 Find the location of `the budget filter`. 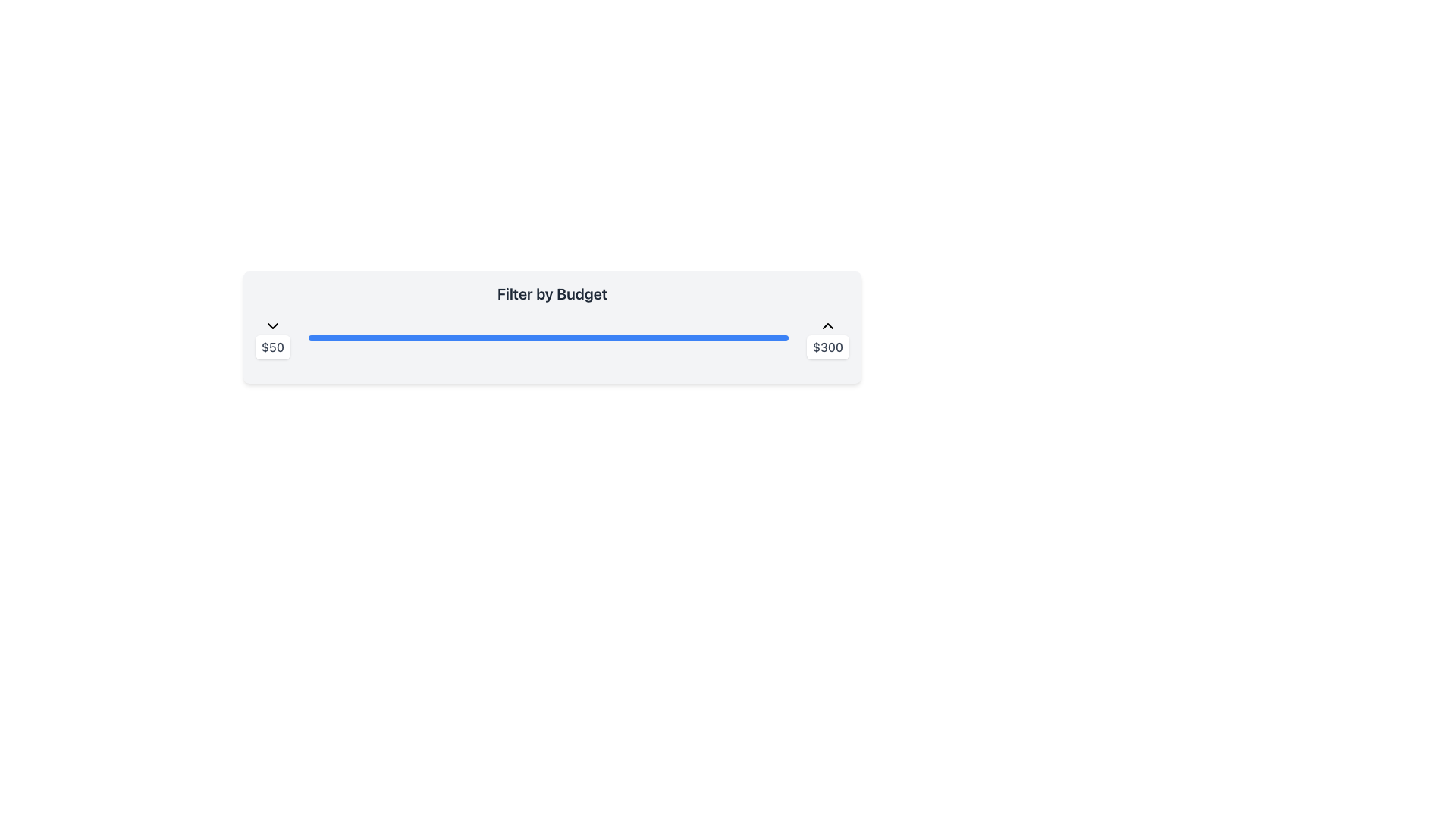

the budget filter is located at coordinates (332, 337).